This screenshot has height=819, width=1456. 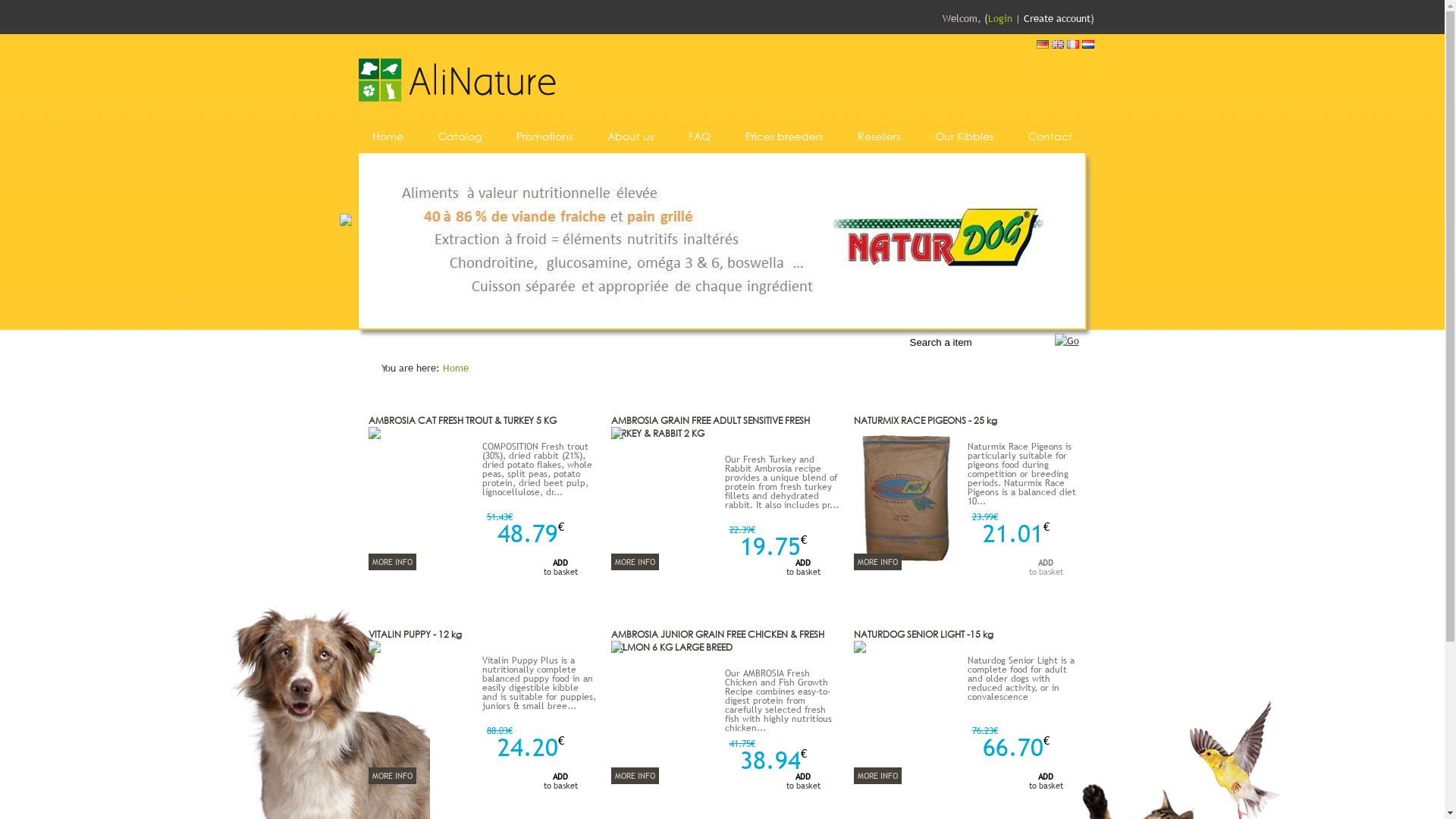 What do you see at coordinates (437, 135) in the screenshot?
I see `'Catalog'` at bounding box center [437, 135].